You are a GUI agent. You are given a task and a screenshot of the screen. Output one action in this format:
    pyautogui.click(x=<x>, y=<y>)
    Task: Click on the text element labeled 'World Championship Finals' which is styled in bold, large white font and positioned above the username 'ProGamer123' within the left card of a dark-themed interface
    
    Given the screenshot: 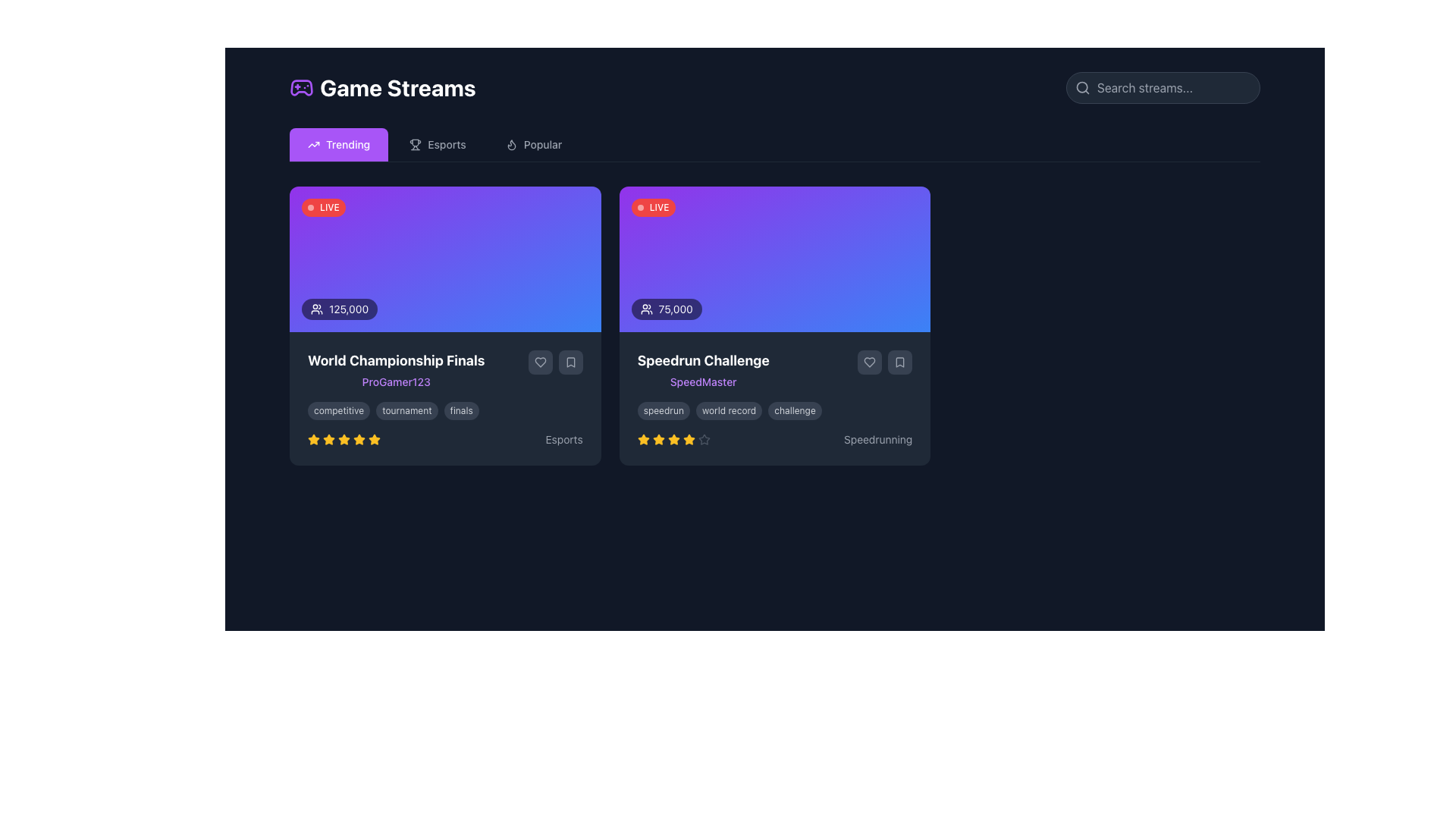 What is the action you would take?
    pyautogui.click(x=396, y=360)
    